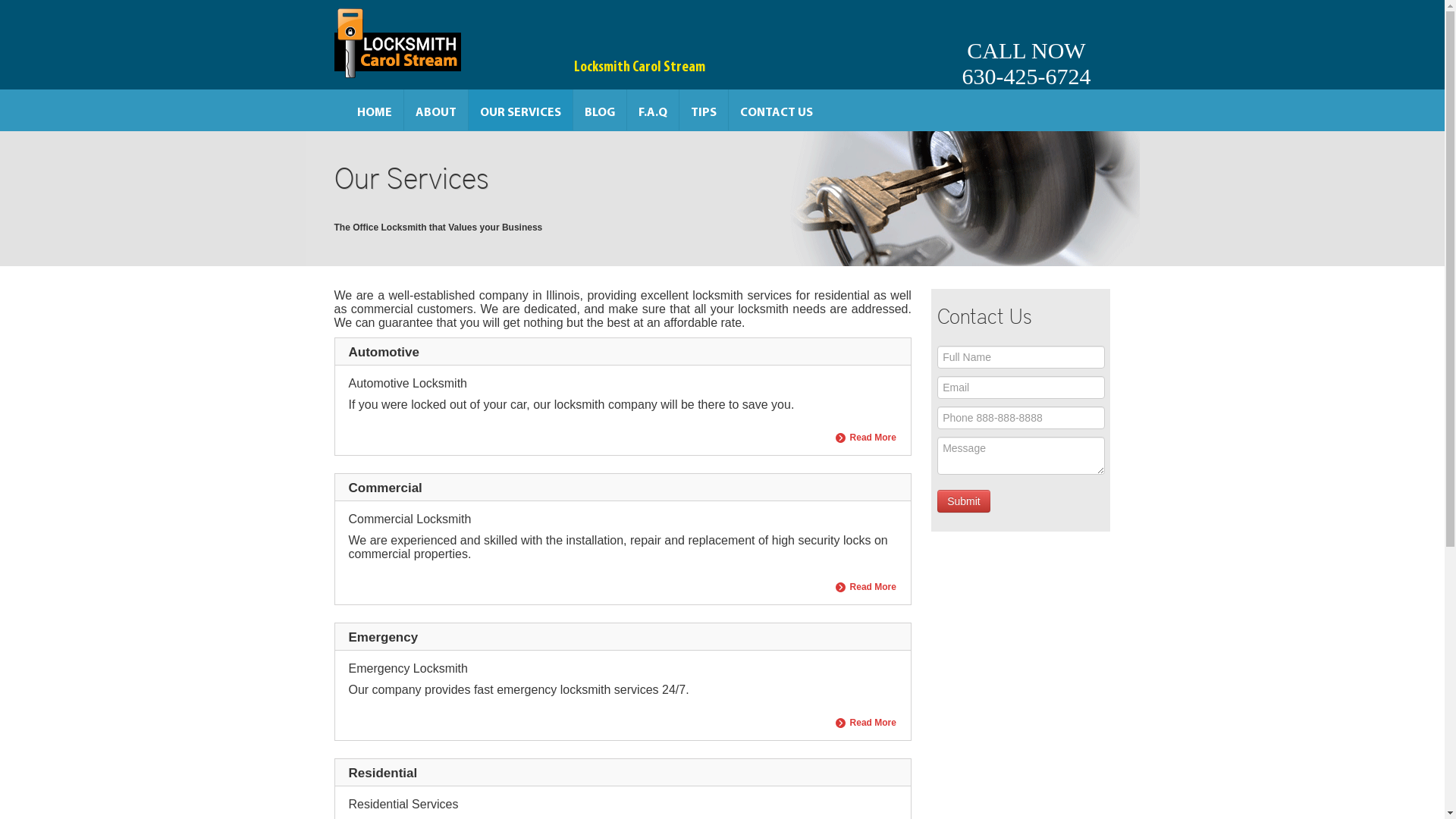 The height and width of the screenshot is (819, 1456). I want to click on 'Read More', so click(835, 438).